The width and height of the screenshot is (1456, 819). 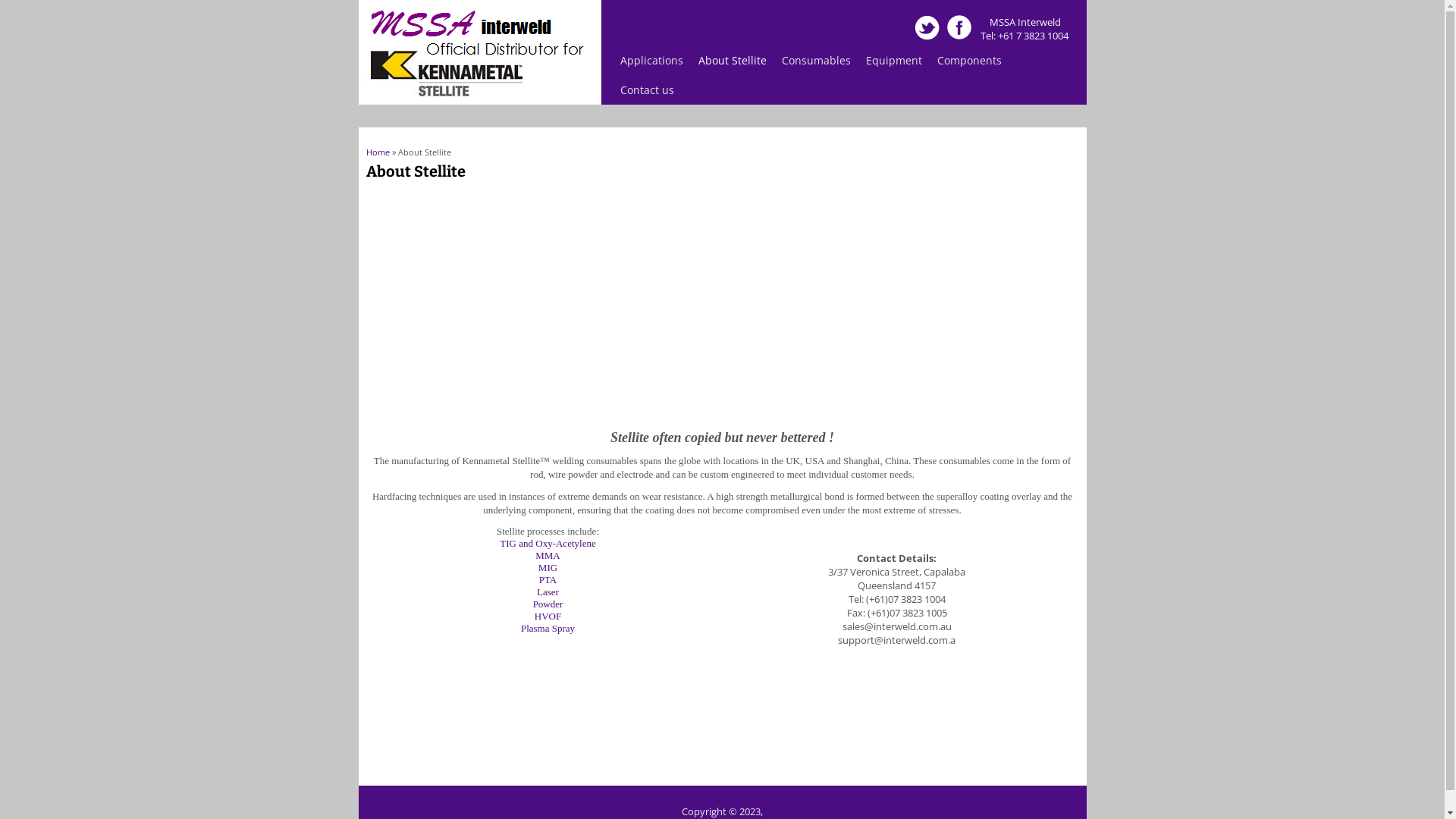 I want to click on 'Applications', so click(x=612, y=59).